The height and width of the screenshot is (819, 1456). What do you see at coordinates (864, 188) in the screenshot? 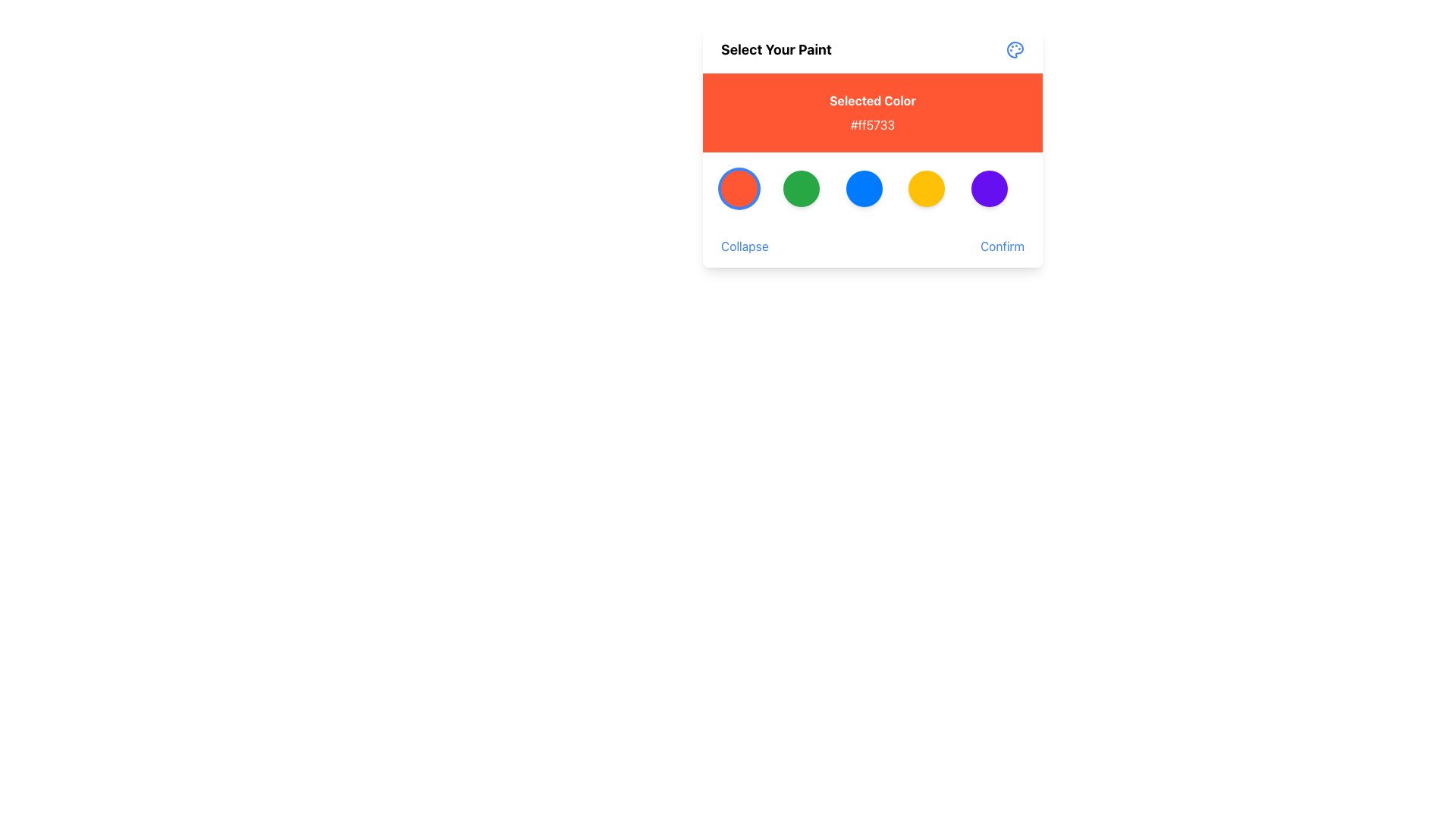
I see `the circular blue button, which is the third in a row of five similar circular elements, positioned between a green circle on the left and a yellow circle on the right` at bounding box center [864, 188].